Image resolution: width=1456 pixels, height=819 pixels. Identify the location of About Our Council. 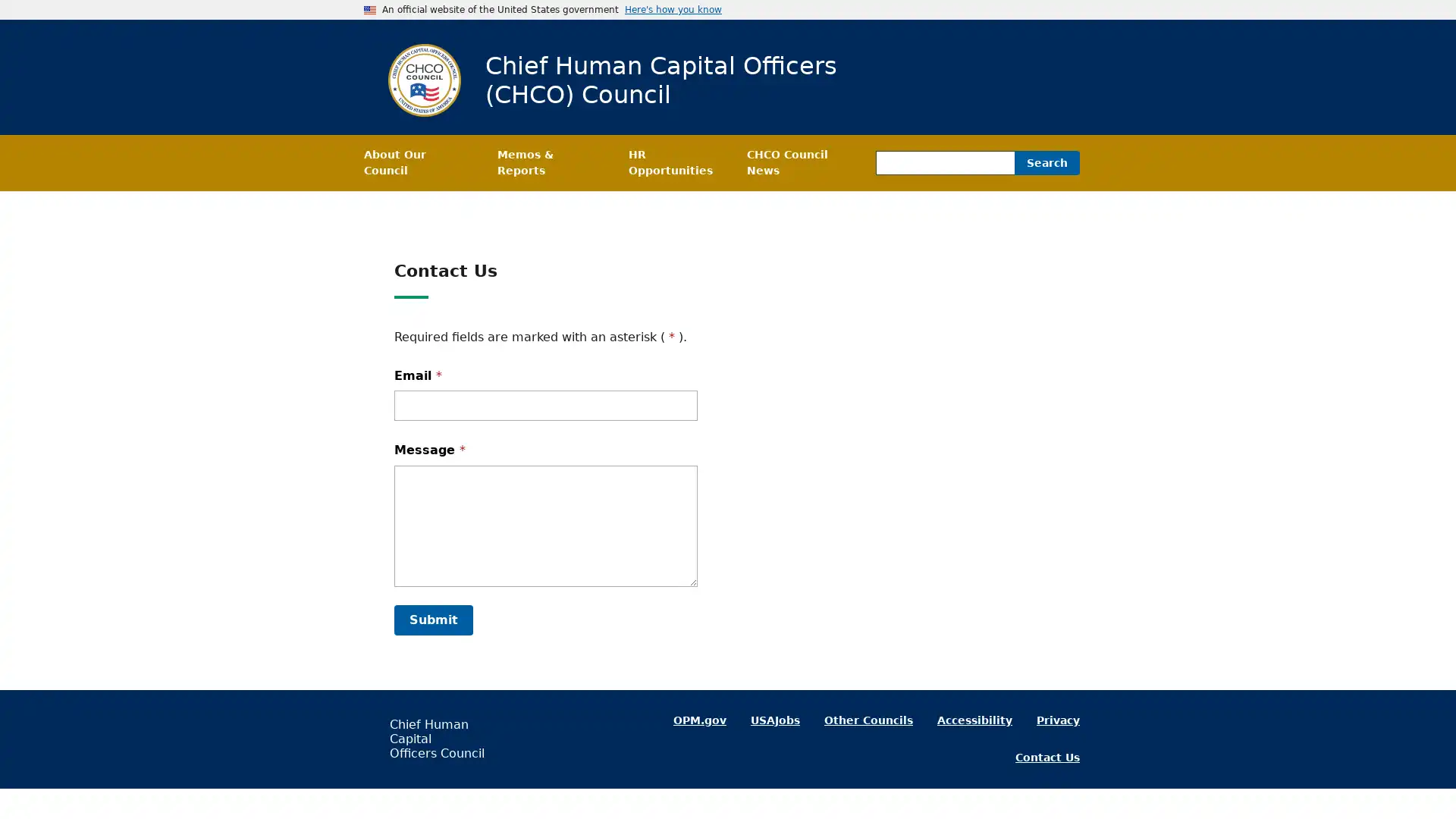
(418, 163).